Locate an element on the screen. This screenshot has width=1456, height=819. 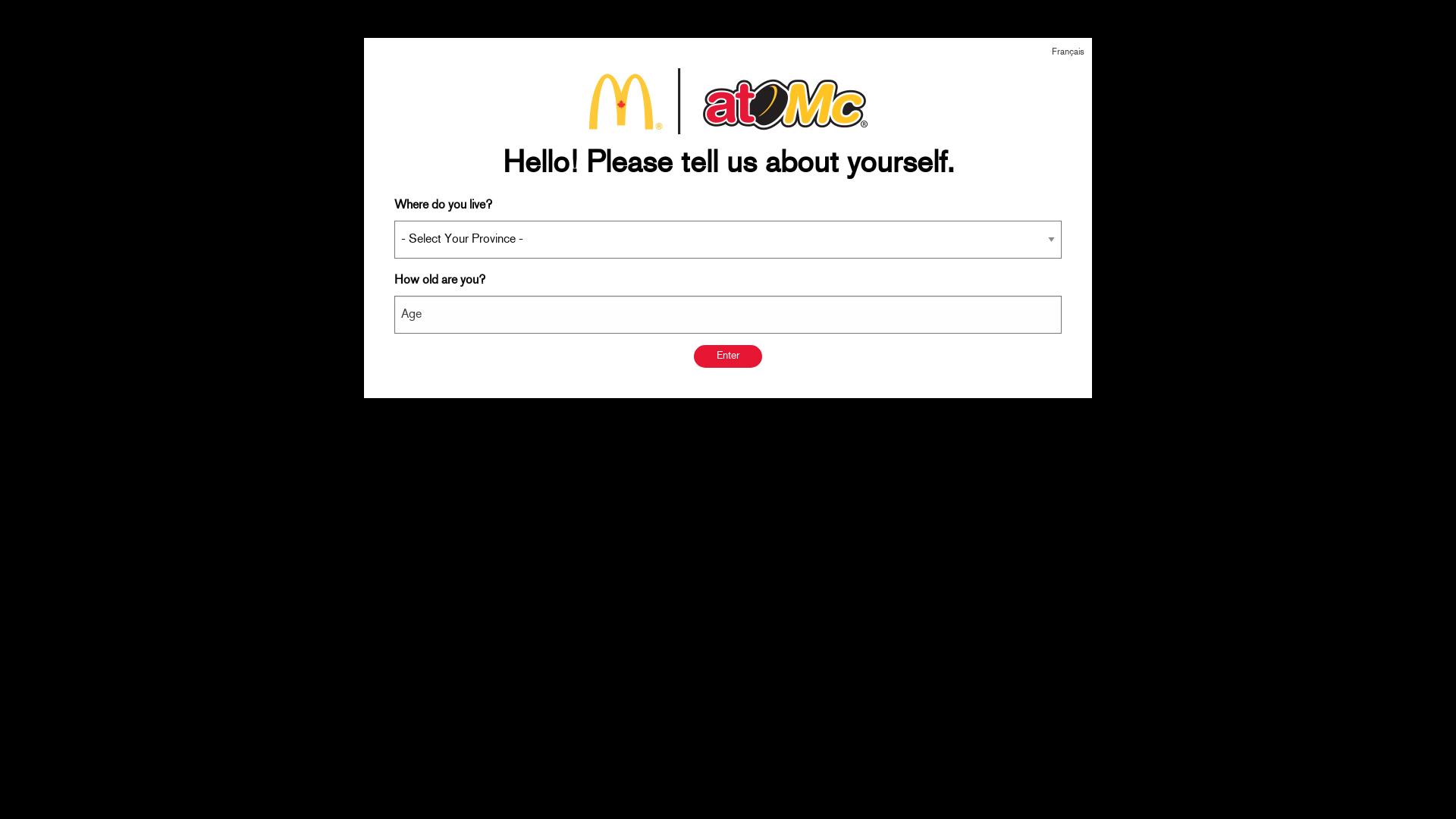
'Enter' is located at coordinates (728, 356).